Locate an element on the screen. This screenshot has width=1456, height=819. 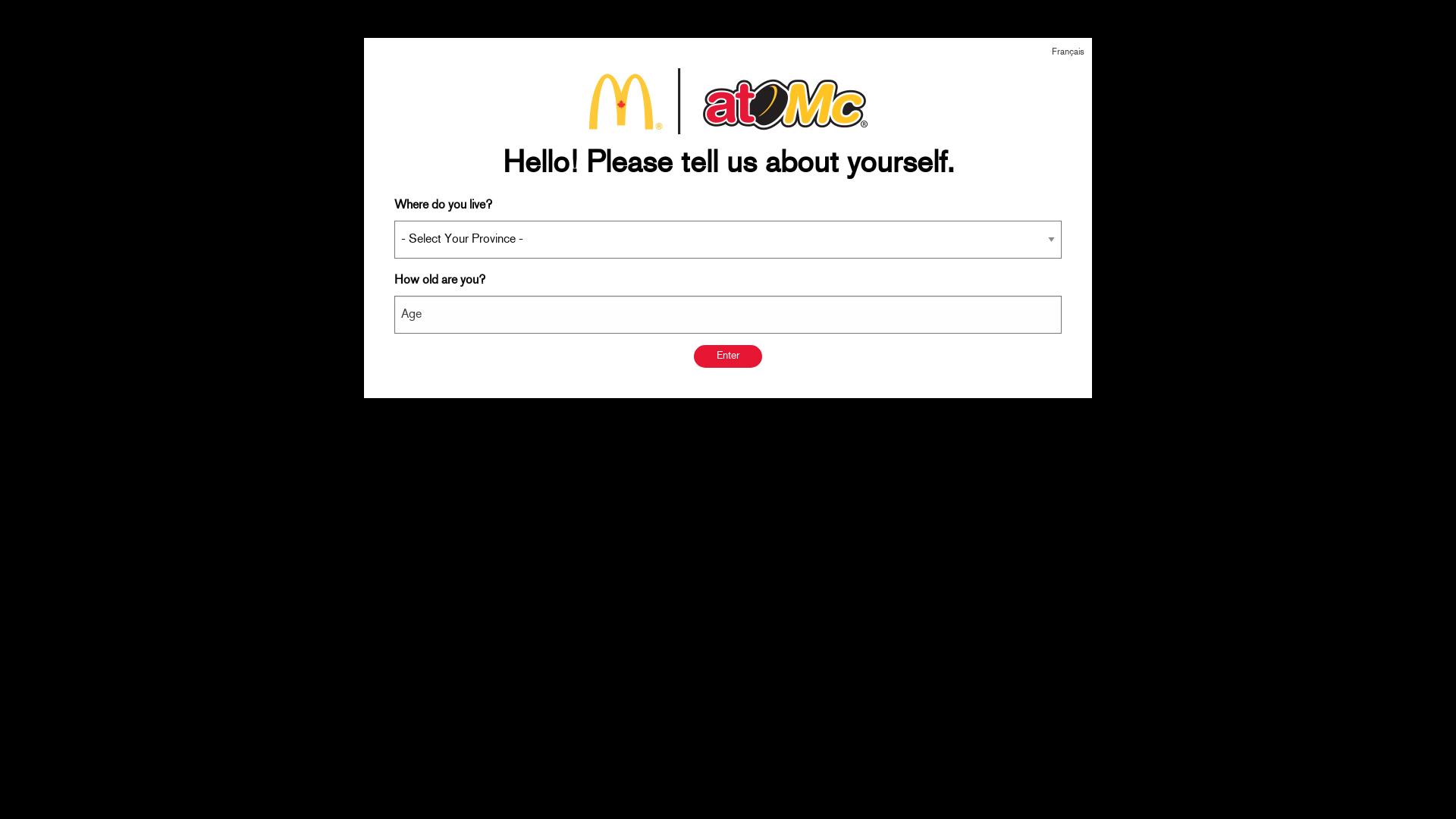
'Enter' is located at coordinates (728, 356).